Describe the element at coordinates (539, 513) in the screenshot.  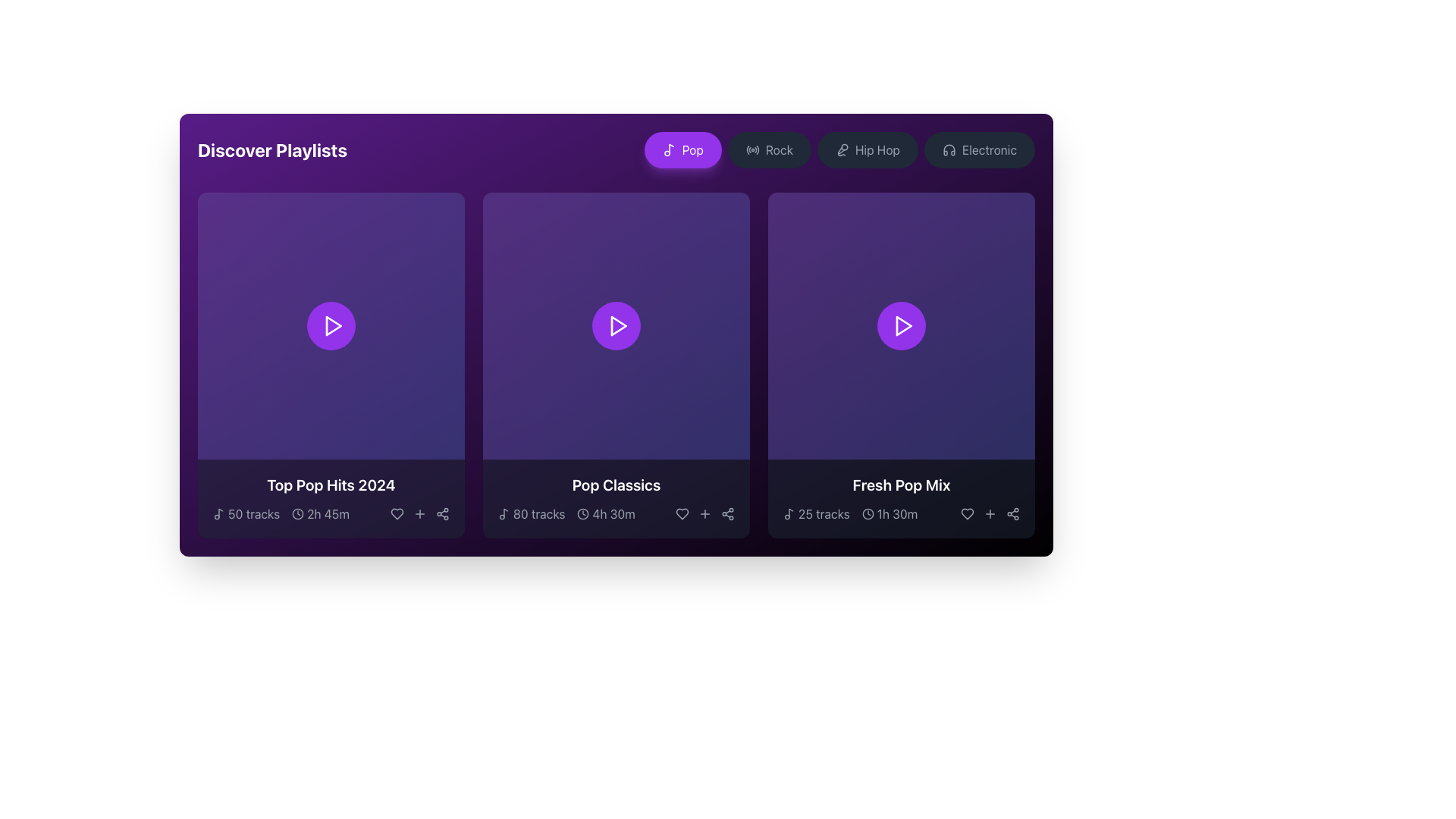
I see `the text label displaying '80 tracks' located in the lower-left corner of the 'Pop Classics' card in the middle column of the grid` at that location.